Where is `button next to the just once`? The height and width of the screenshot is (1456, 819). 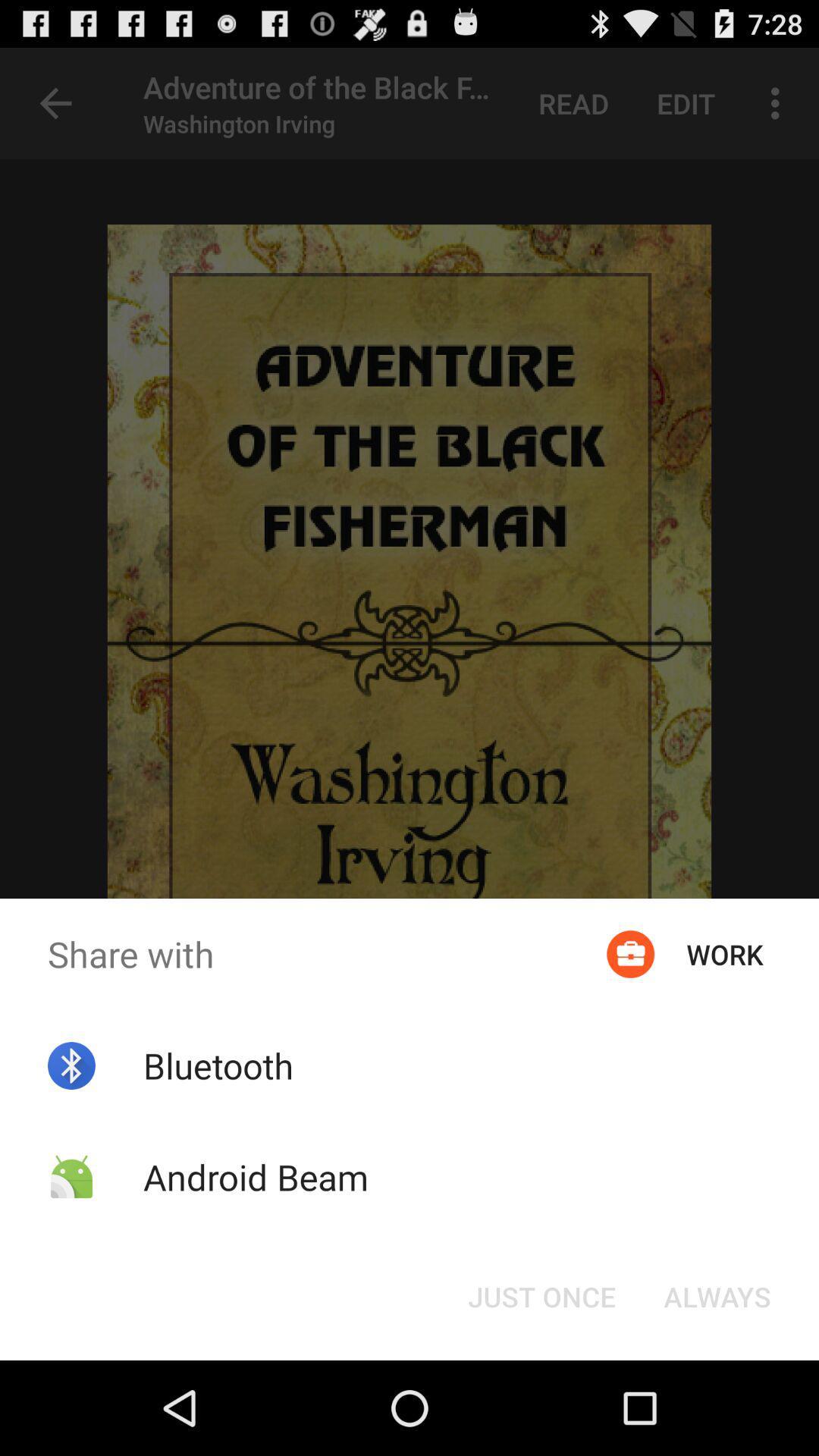
button next to the just once is located at coordinates (717, 1295).